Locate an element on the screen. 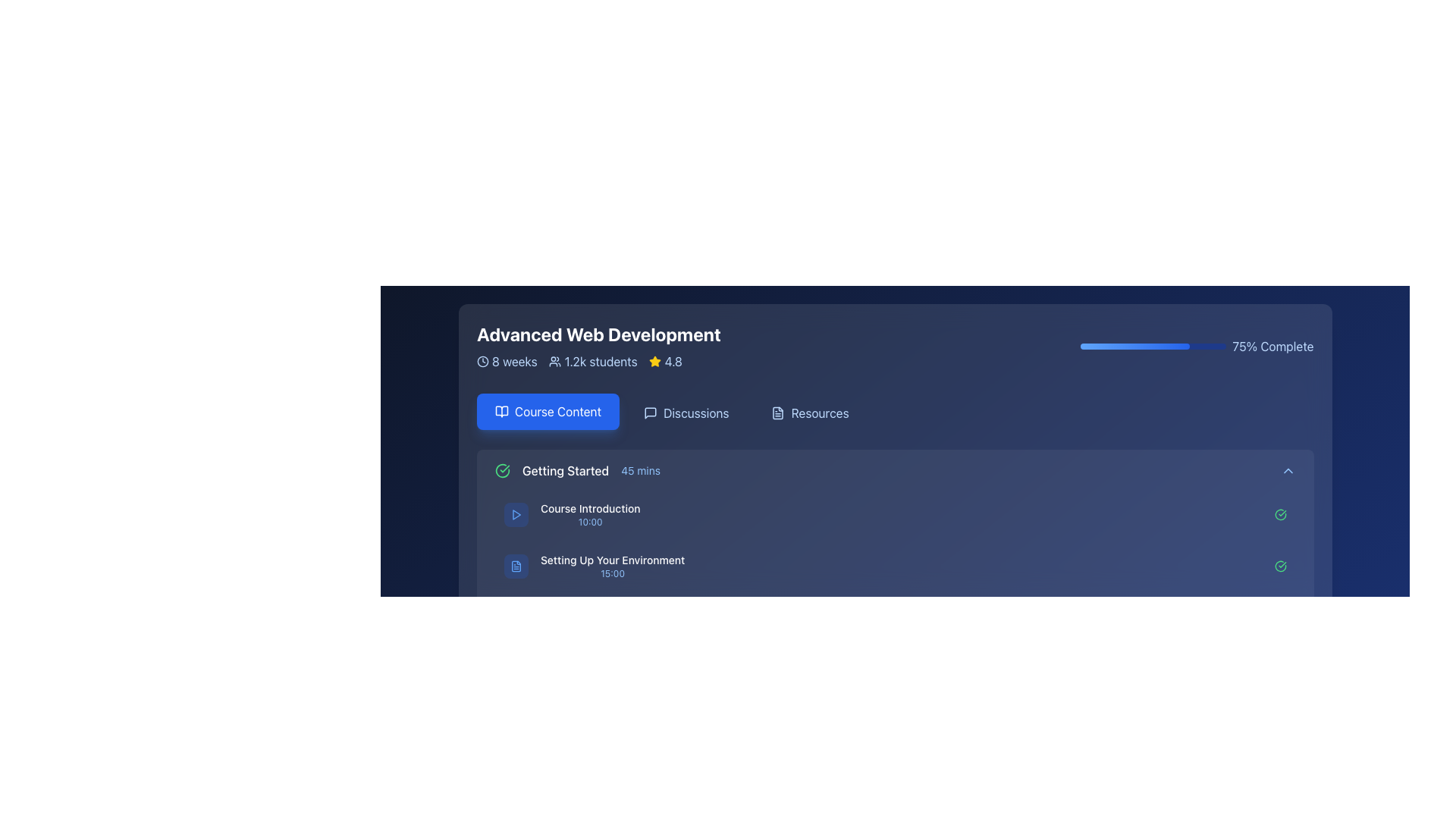 This screenshot has width=1456, height=819. the text displaying the number of students enrolled in the course is located at coordinates (592, 362).